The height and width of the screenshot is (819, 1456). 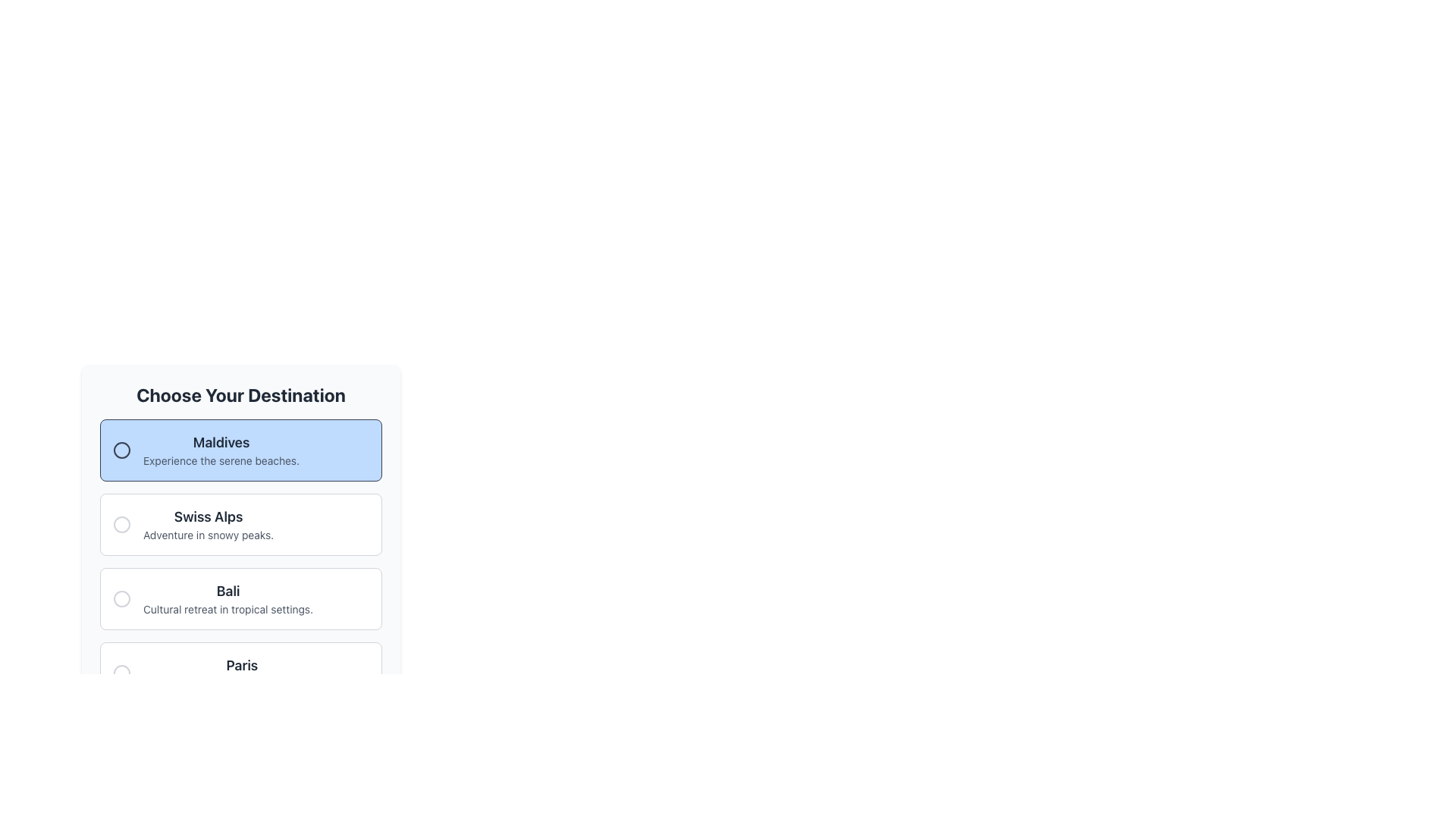 What do you see at coordinates (122, 523) in the screenshot?
I see `the appearance of the unfilled circular SVG component with a 10-unit radius, located to the left of the 'Swiss Alps' option in the selectable list` at bounding box center [122, 523].